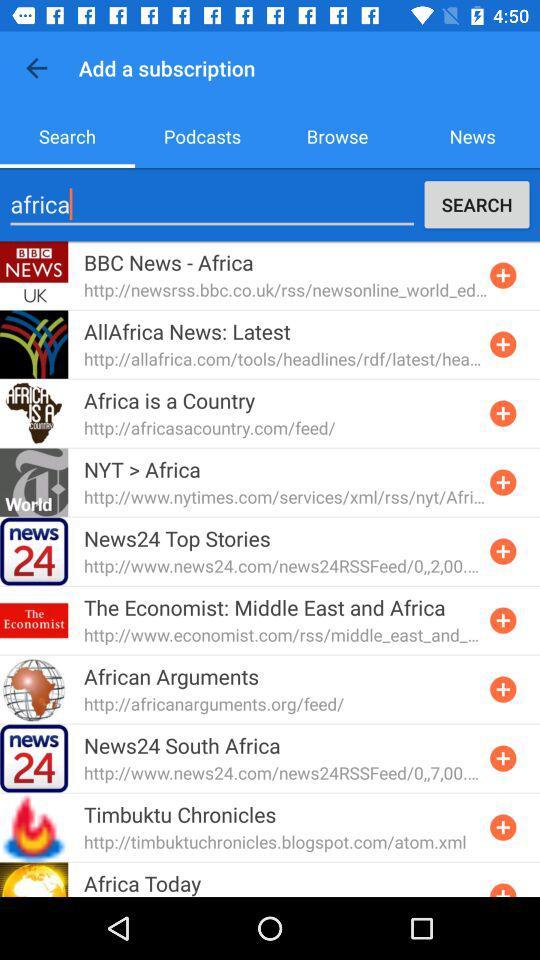  I want to click on plus button to add subscription, so click(502, 551).